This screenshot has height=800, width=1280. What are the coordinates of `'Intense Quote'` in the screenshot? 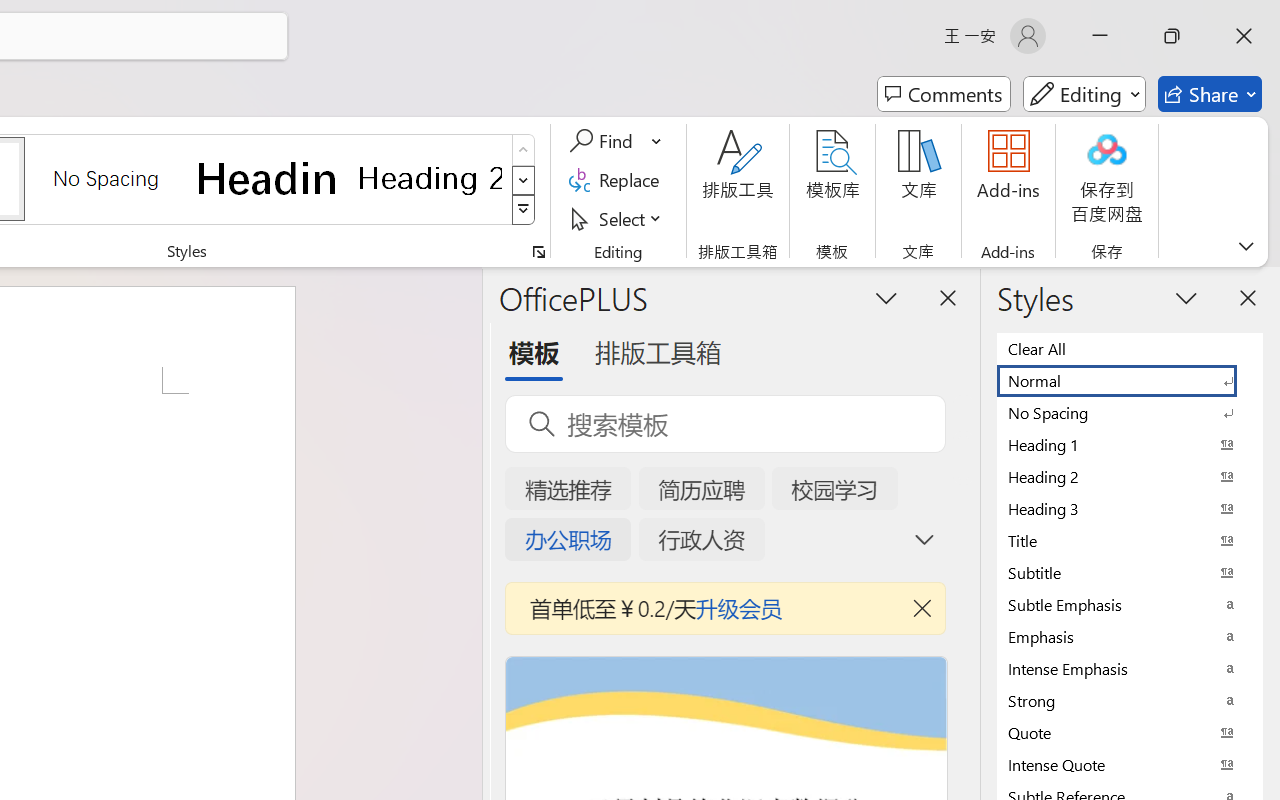 It's located at (1130, 764).